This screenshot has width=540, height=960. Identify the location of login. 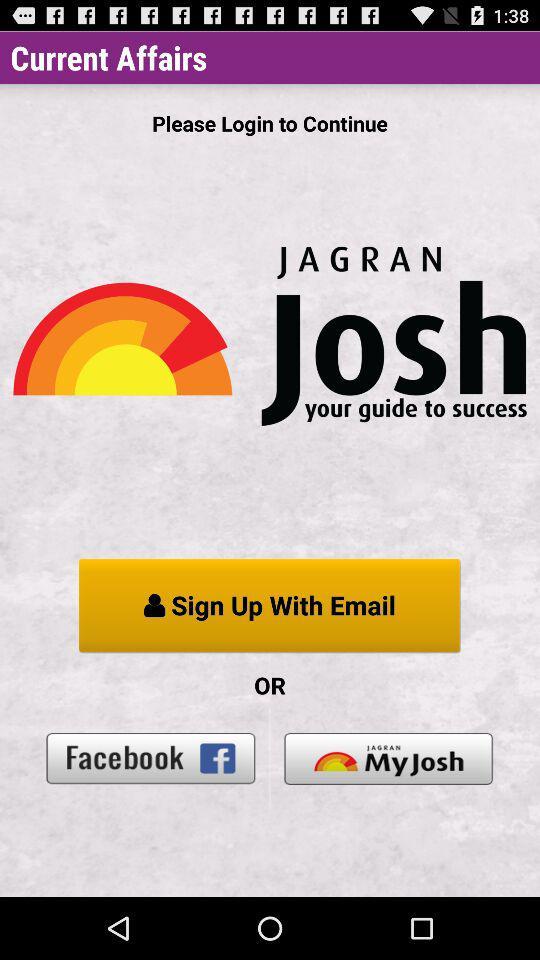
(388, 757).